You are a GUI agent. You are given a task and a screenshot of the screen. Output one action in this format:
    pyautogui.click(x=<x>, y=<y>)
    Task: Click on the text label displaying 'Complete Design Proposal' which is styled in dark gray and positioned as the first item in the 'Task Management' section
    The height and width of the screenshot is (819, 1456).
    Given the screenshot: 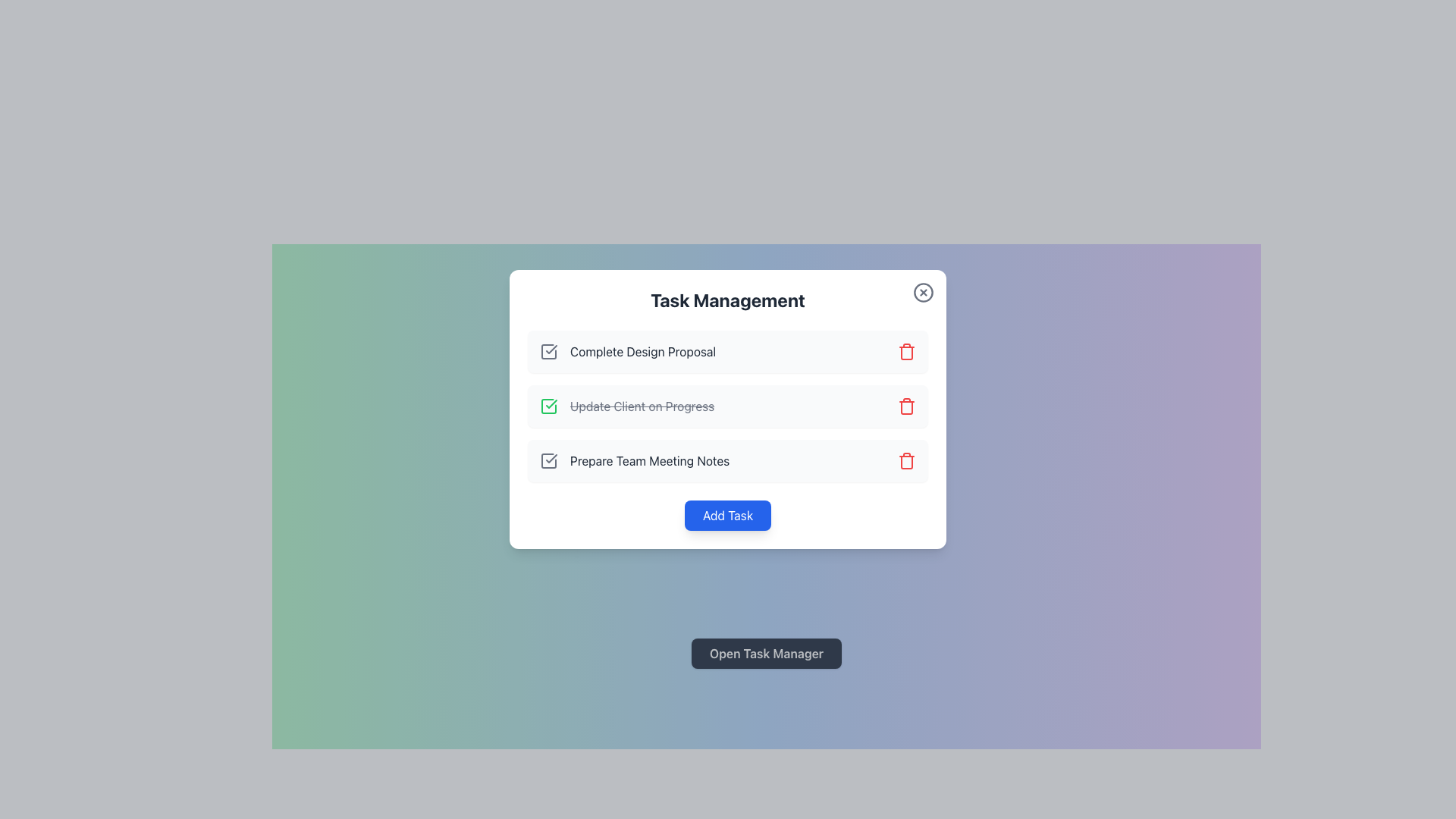 What is the action you would take?
    pyautogui.click(x=643, y=351)
    